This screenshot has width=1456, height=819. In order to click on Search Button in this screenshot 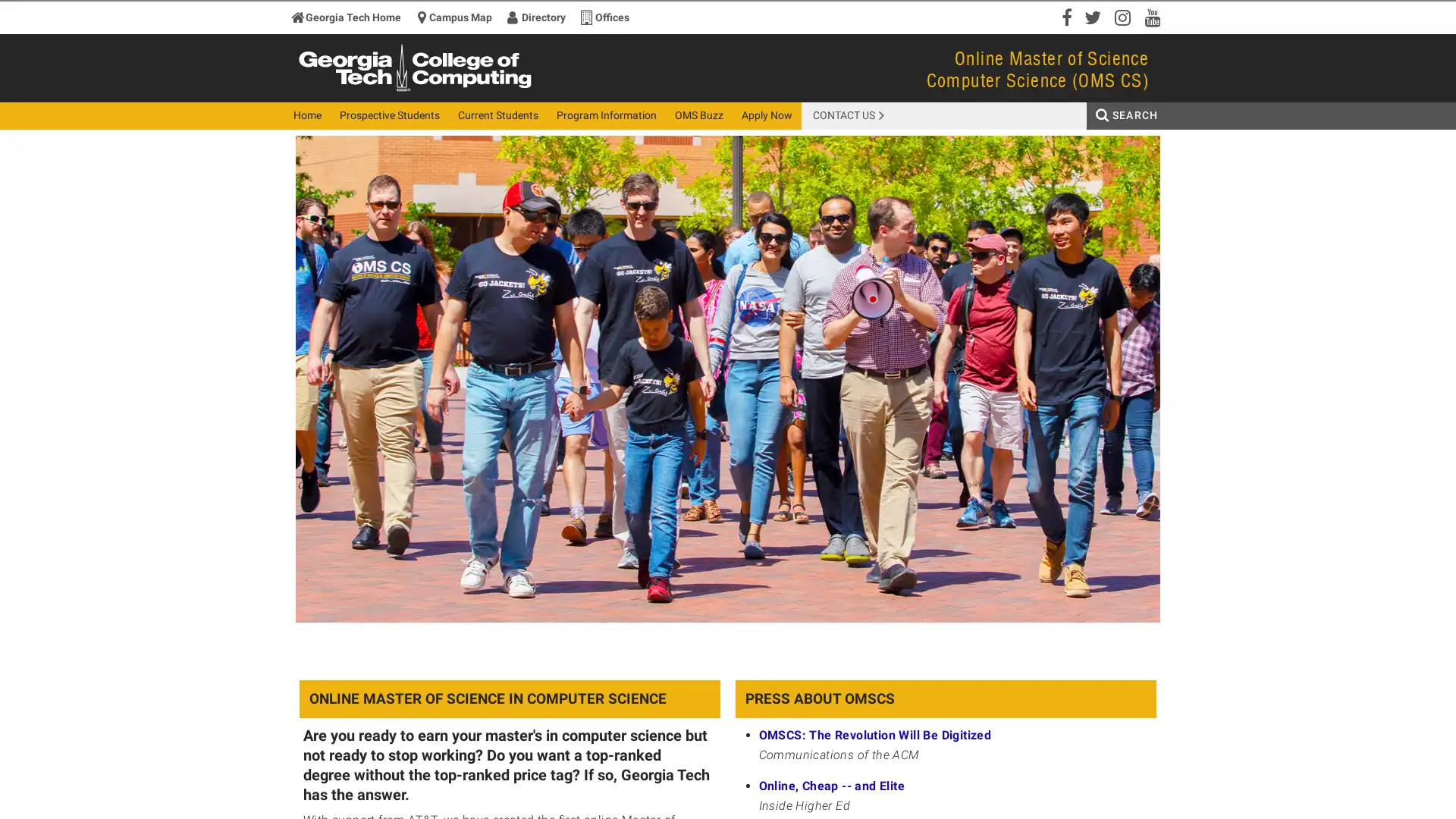, I will do `click(1245, 138)`.